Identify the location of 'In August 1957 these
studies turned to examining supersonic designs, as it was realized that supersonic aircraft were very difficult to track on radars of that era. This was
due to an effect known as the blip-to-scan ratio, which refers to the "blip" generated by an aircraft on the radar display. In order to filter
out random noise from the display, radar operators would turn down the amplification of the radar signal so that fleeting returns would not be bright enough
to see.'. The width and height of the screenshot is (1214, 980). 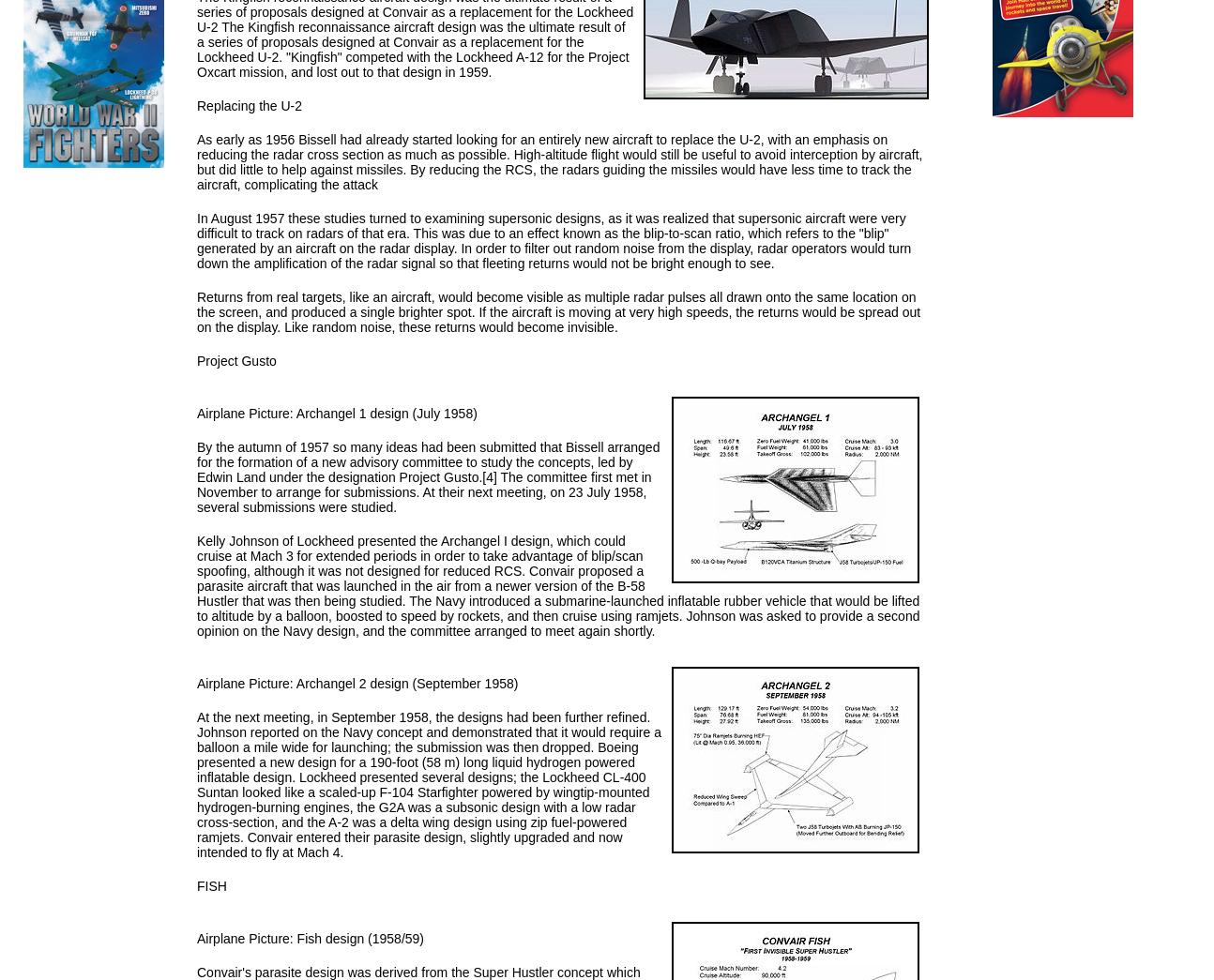
(554, 239).